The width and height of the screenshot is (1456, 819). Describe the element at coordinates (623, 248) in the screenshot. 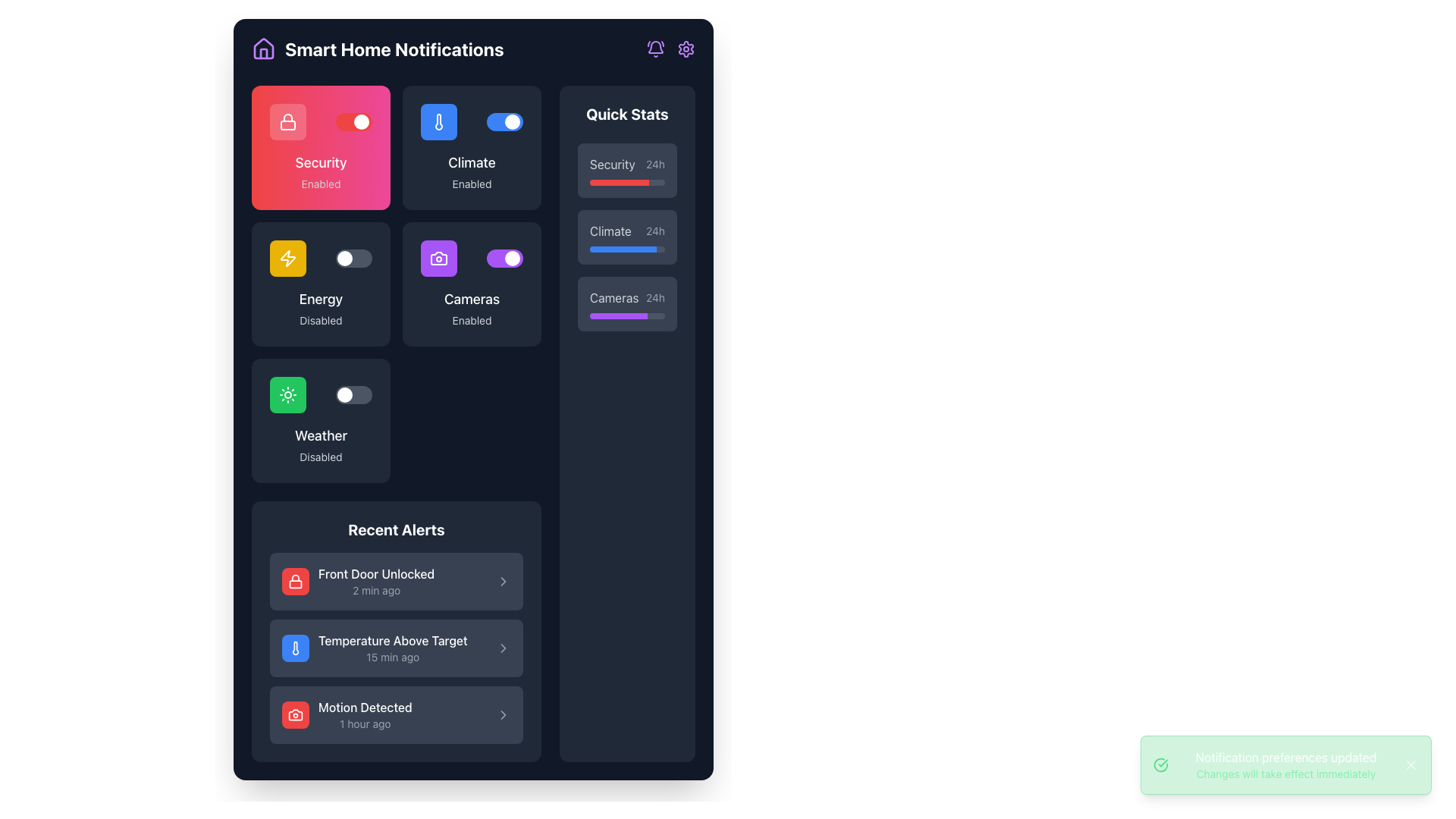

I see `the blue fill of the progress bar indicating 'Climate' stats completion, located in the middle of 'Quick Stats' on the right side of the interface` at that location.